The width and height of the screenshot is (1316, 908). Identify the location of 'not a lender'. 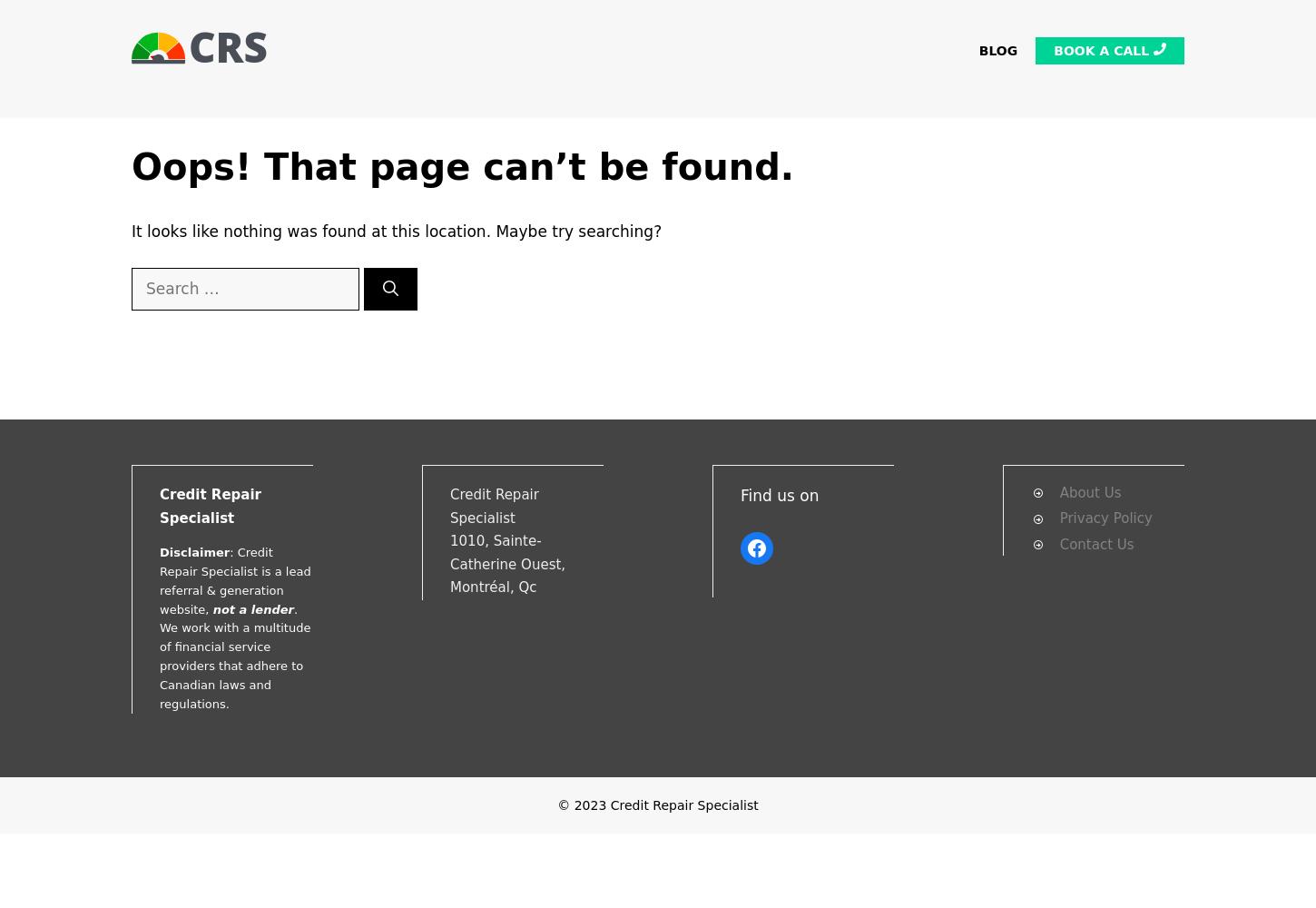
(211, 608).